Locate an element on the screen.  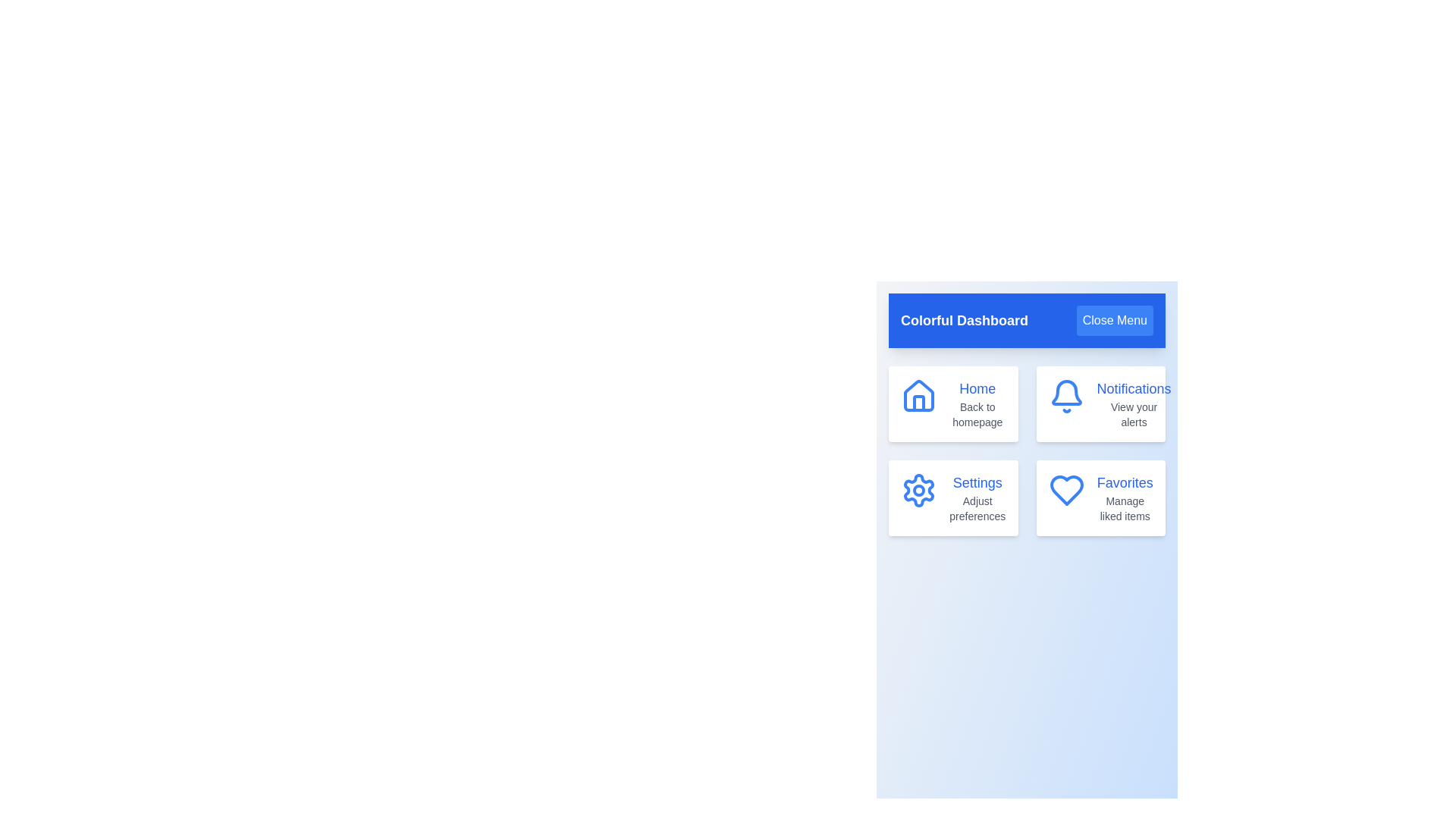
the 'Close Menu' button to toggle the menu visibility is located at coordinates (1114, 320).